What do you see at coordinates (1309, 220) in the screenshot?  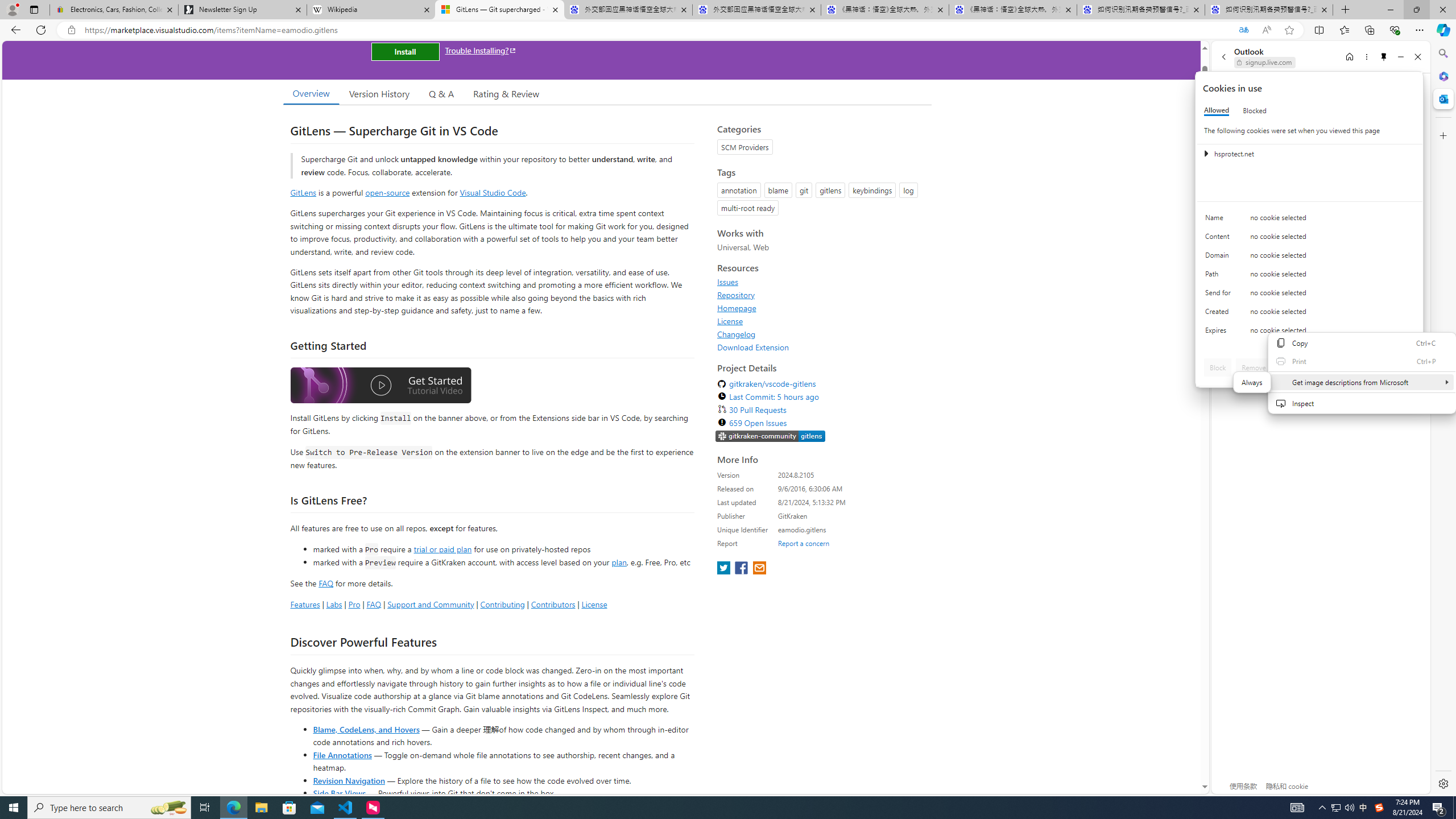 I see `'Class: c0153 c0157 c0154'` at bounding box center [1309, 220].